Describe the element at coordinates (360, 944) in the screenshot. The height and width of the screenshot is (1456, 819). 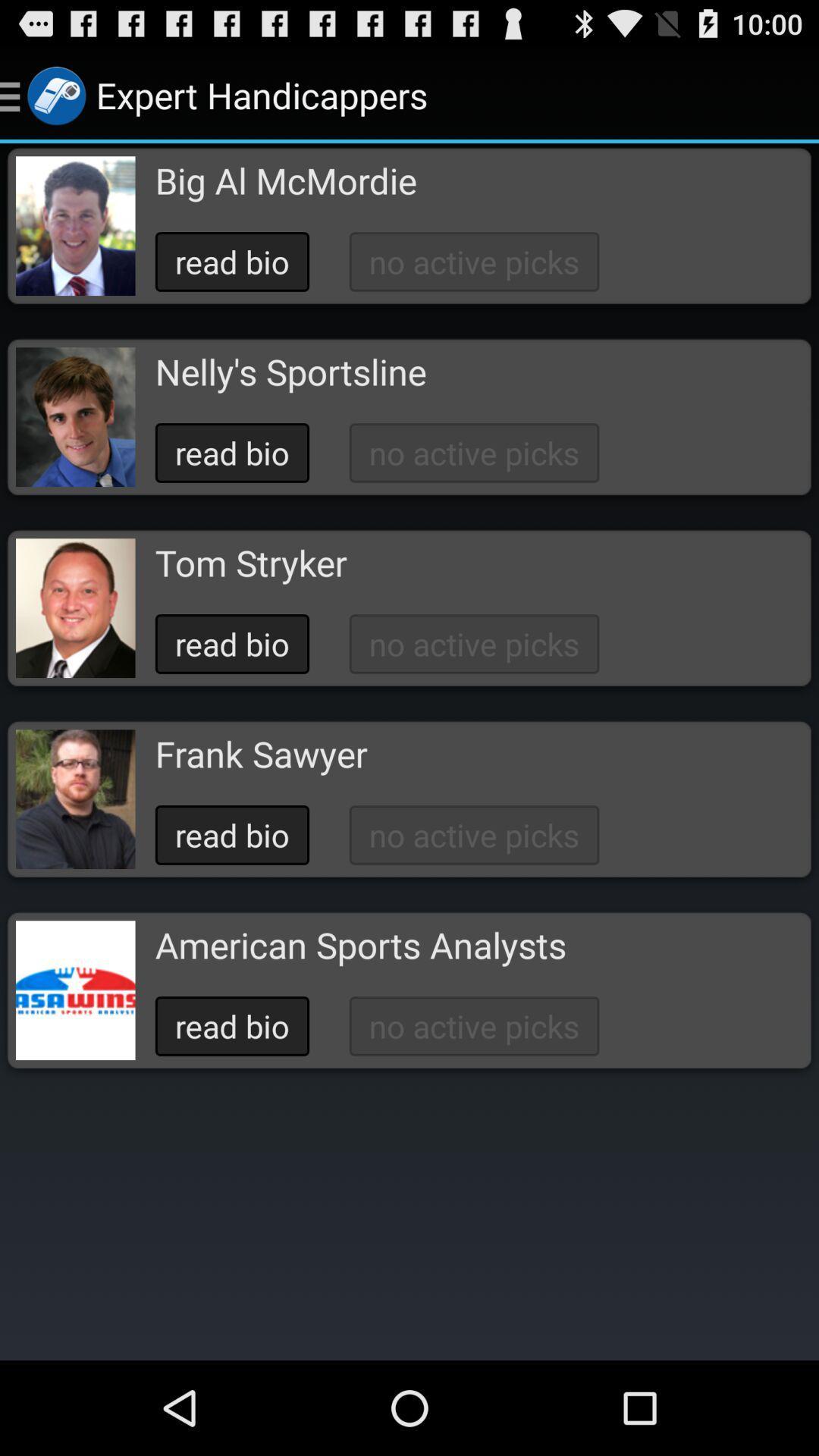
I see `american sports analysts` at that location.